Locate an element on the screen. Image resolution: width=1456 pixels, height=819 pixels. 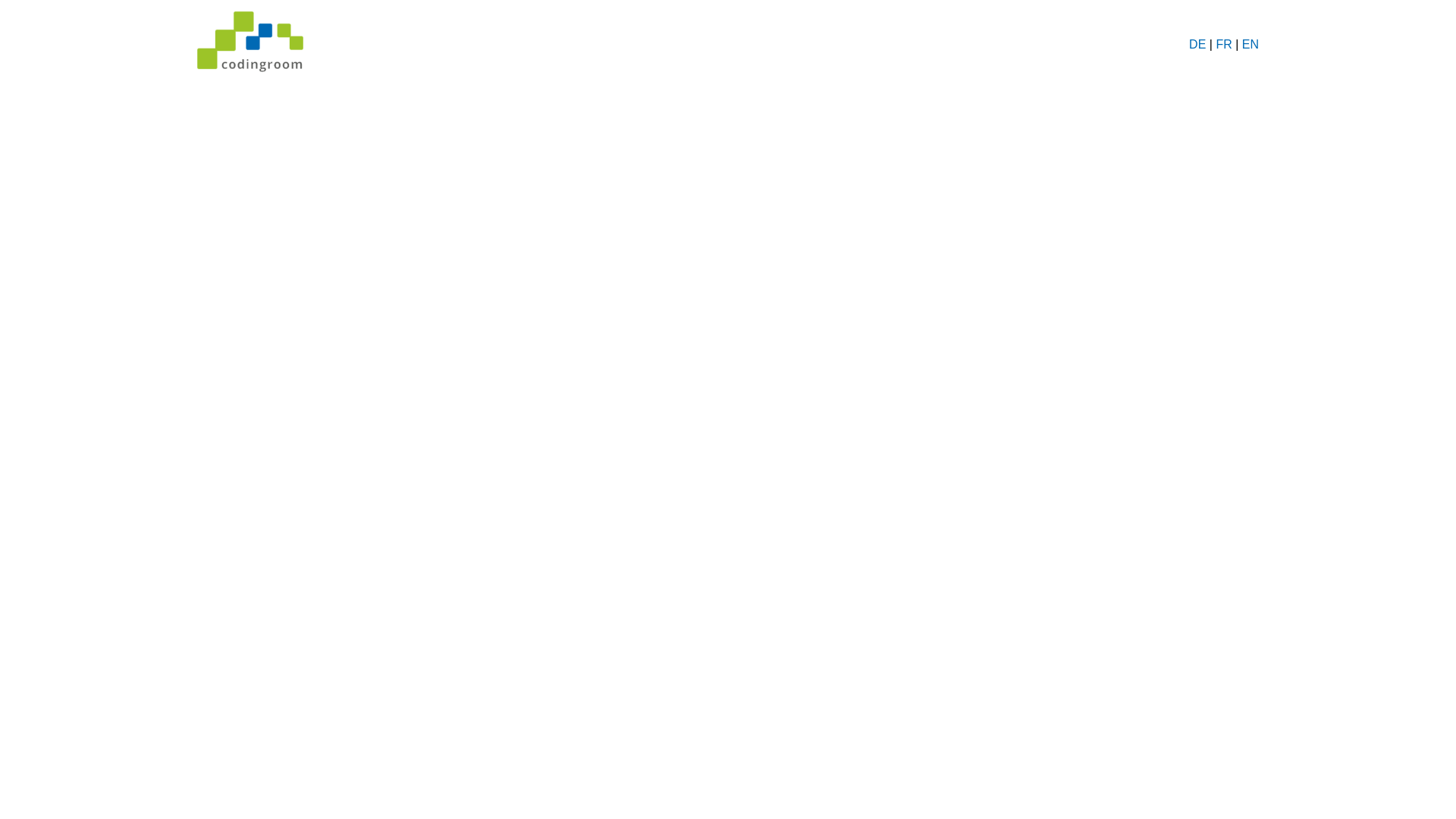
'EN' is located at coordinates (1250, 43).